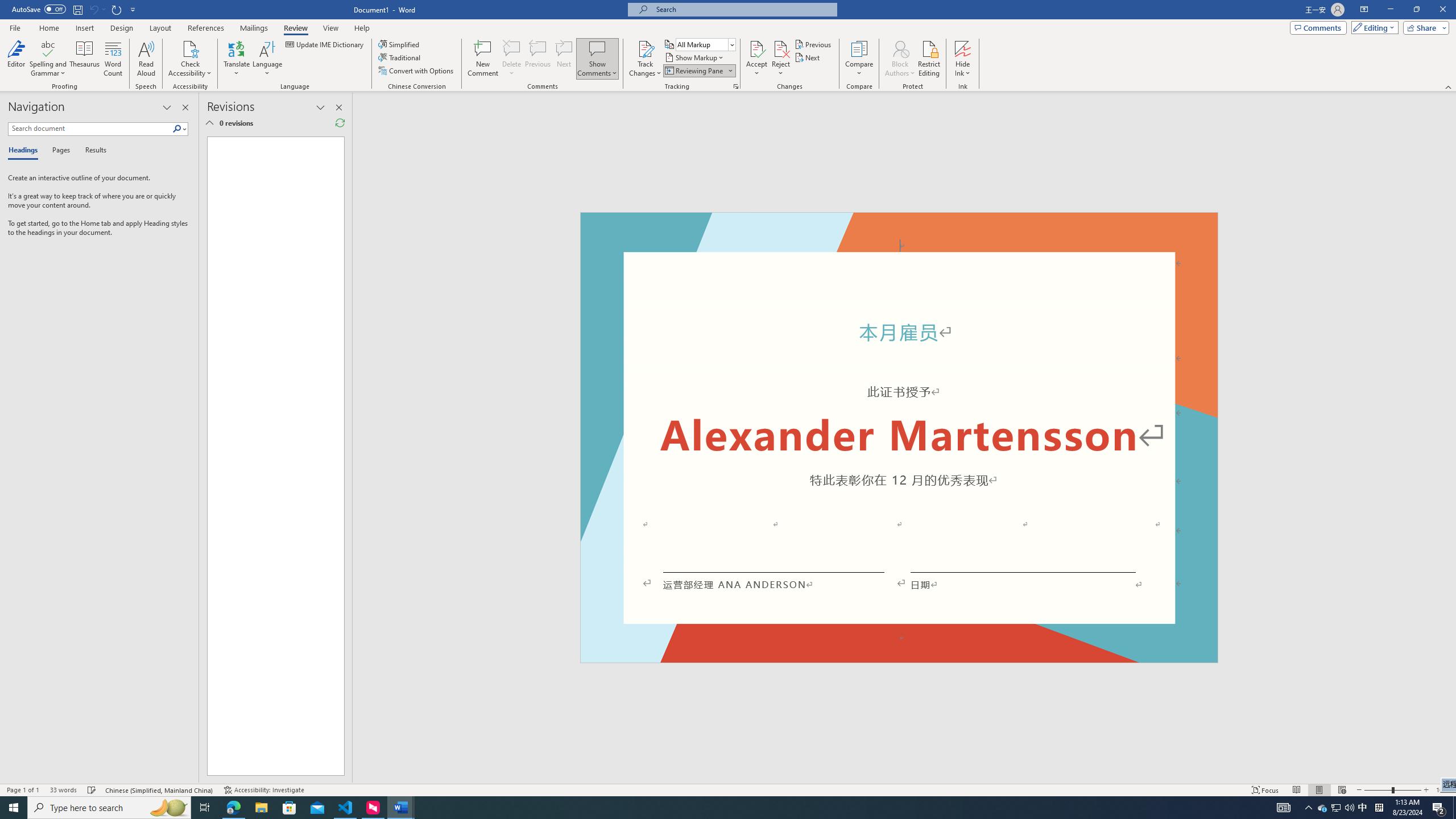 The height and width of the screenshot is (819, 1456). What do you see at coordinates (1372, 27) in the screenshot?
I see `'Mode'` at bounding box center [1372, 27].